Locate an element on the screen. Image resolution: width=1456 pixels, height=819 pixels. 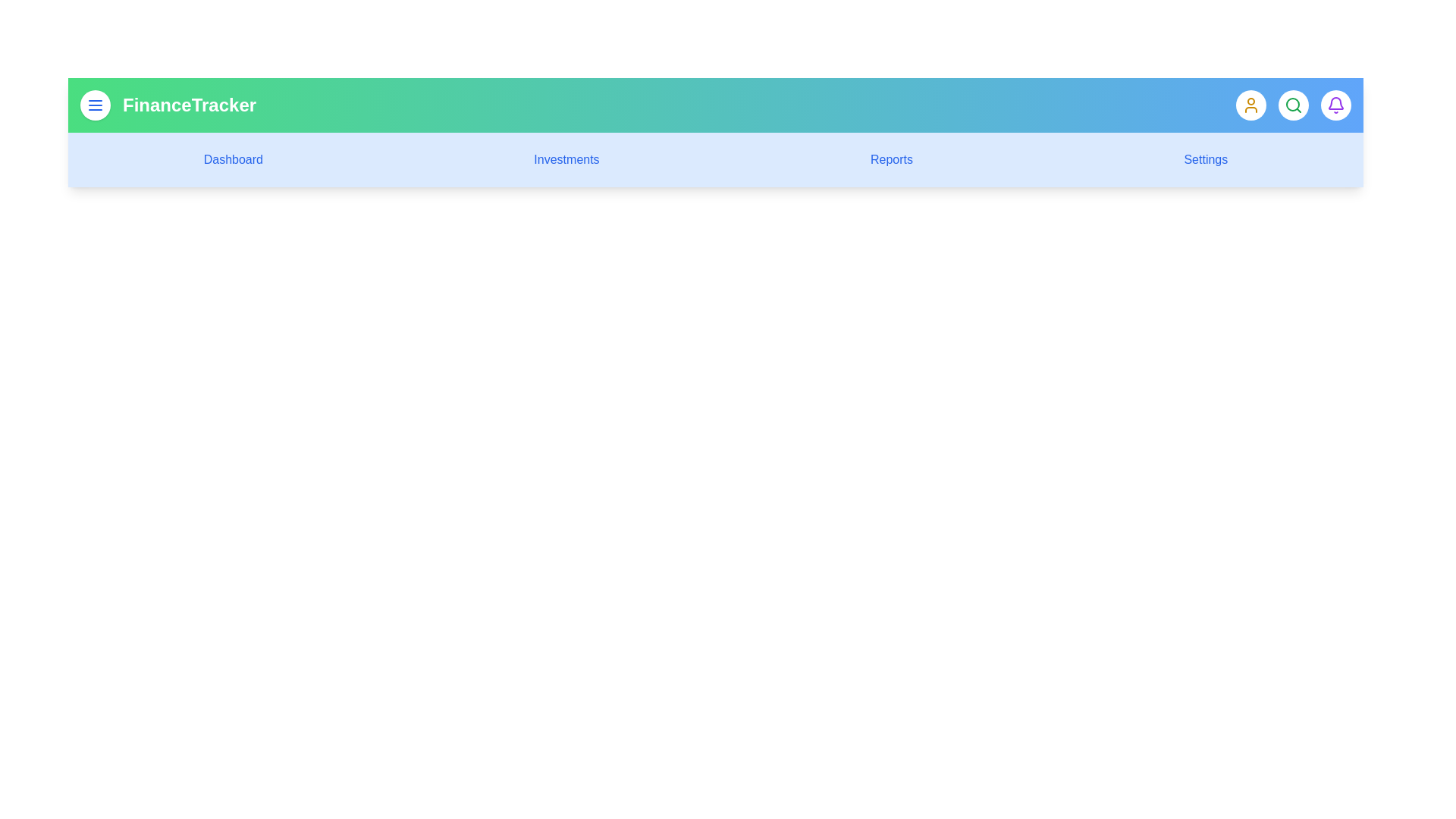
the menu link corresponding to Investments to navigate to that section is located at coordinates (566, 160).